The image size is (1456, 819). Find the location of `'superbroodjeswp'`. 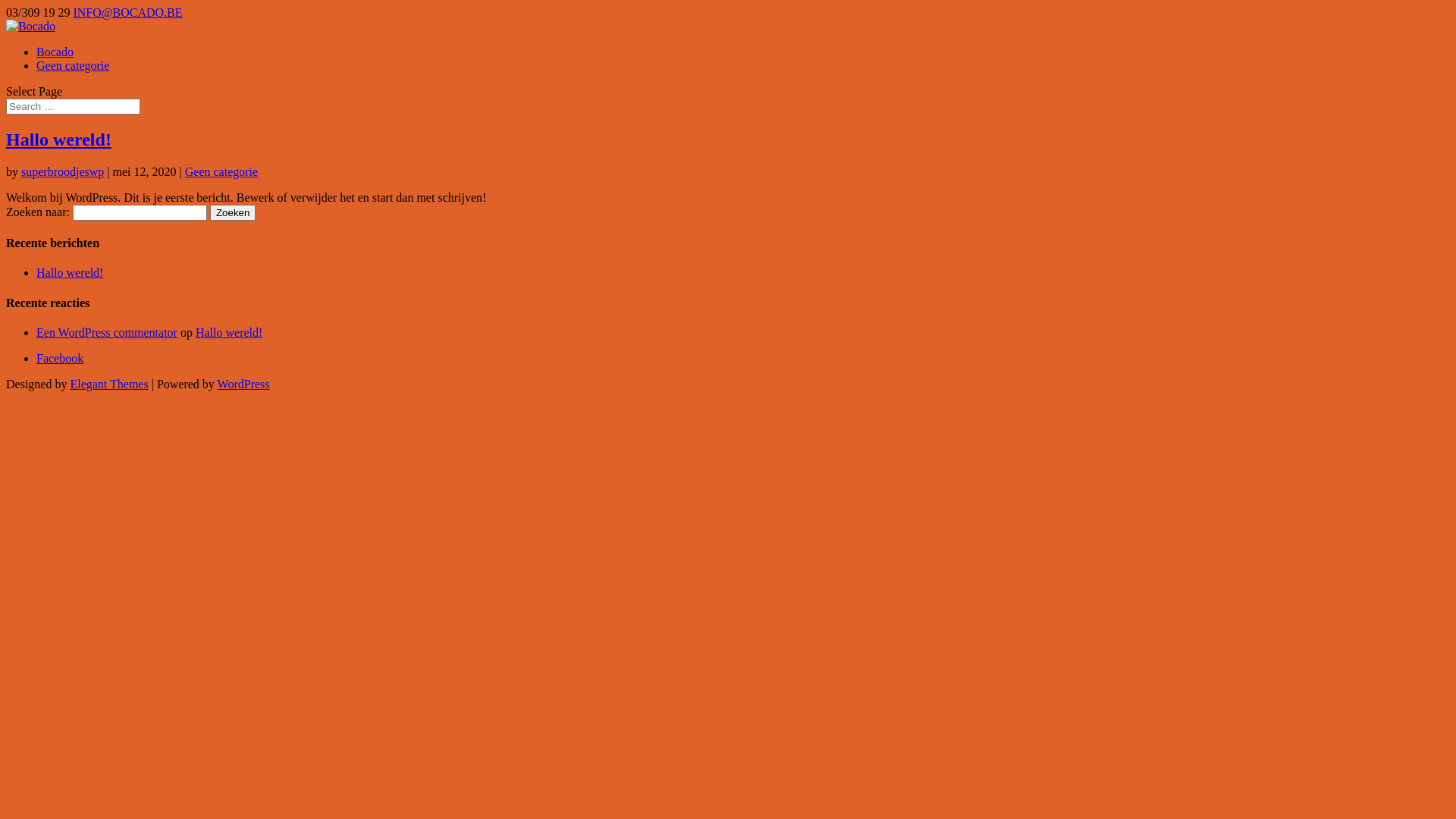

'superbroodjeswp' is located at coordinates (21, 171).